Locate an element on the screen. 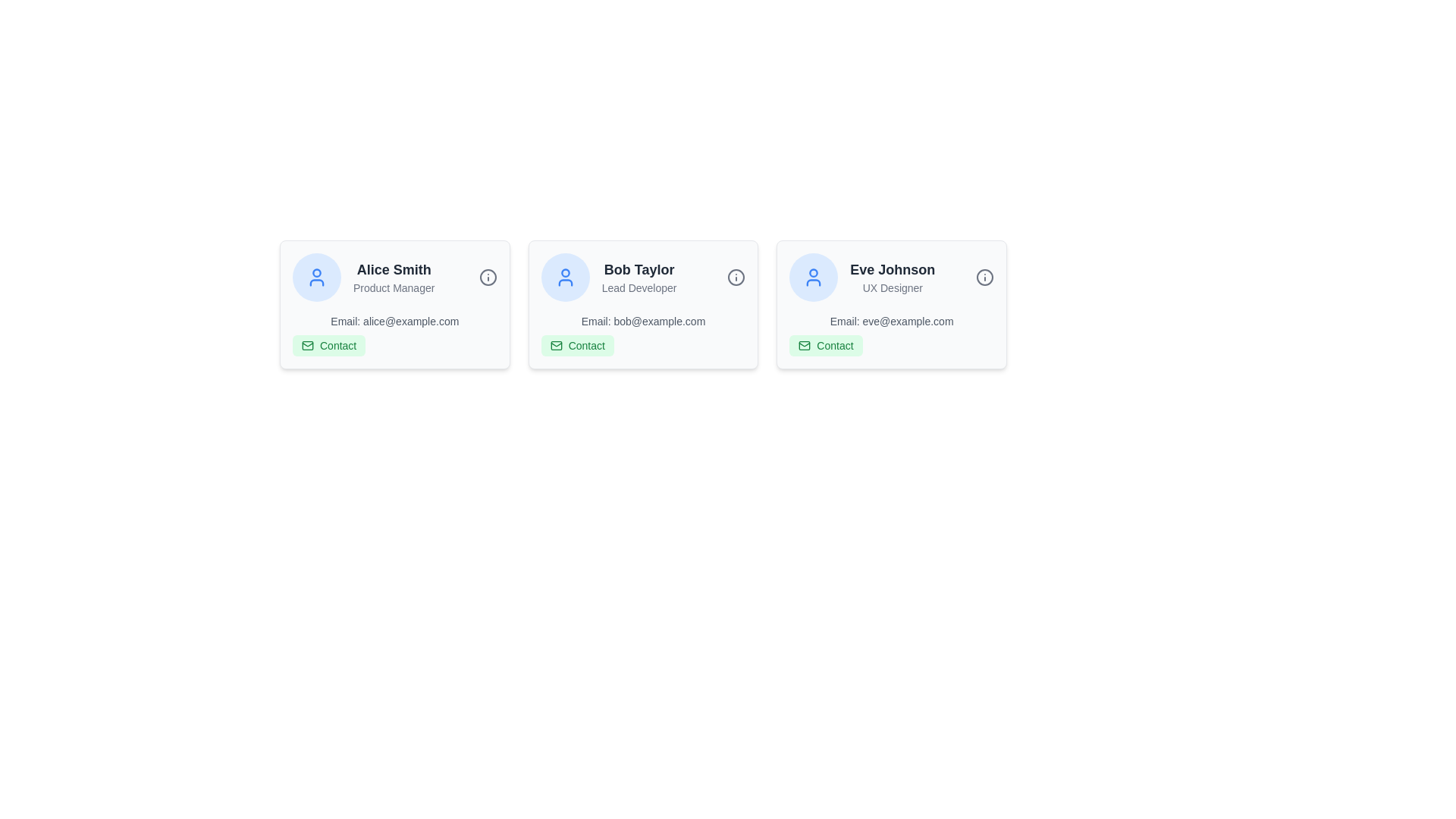 Image resolution: width=1456 pixels, height=819 pixels. the 'Contact' button associated with the small green email icon resembling an envelope, which is the leftmost component inside the button for 'Alice Smith' is located at coordinates (307, 345).